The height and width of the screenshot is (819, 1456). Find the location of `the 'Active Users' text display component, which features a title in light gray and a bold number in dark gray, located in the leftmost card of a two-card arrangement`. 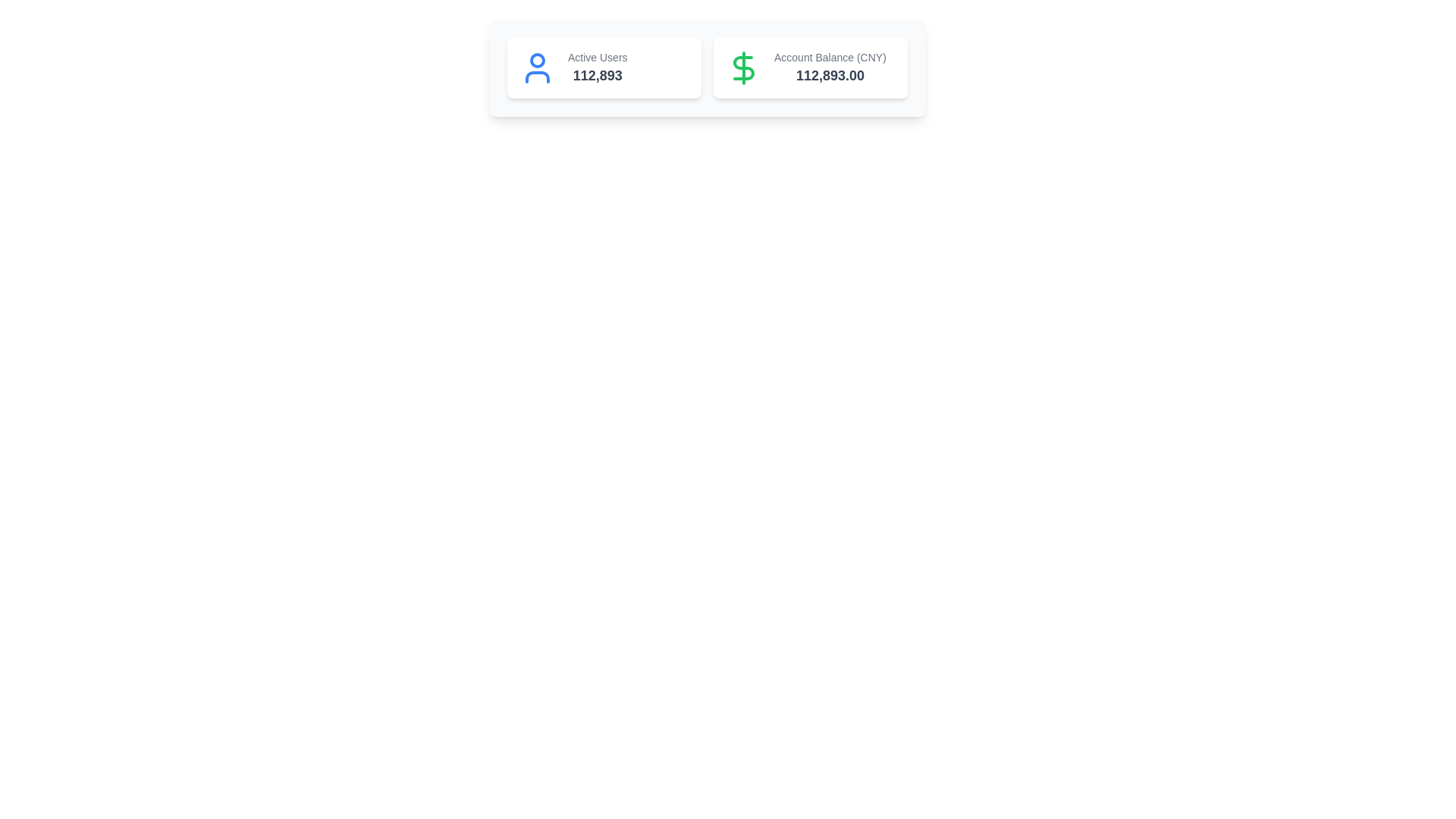

the 'Active Users' text display component, which features a title in light gray and a bold number in dark gray, located in the leftmost card of a two-card arrangement is located at coordinates (597, 67).